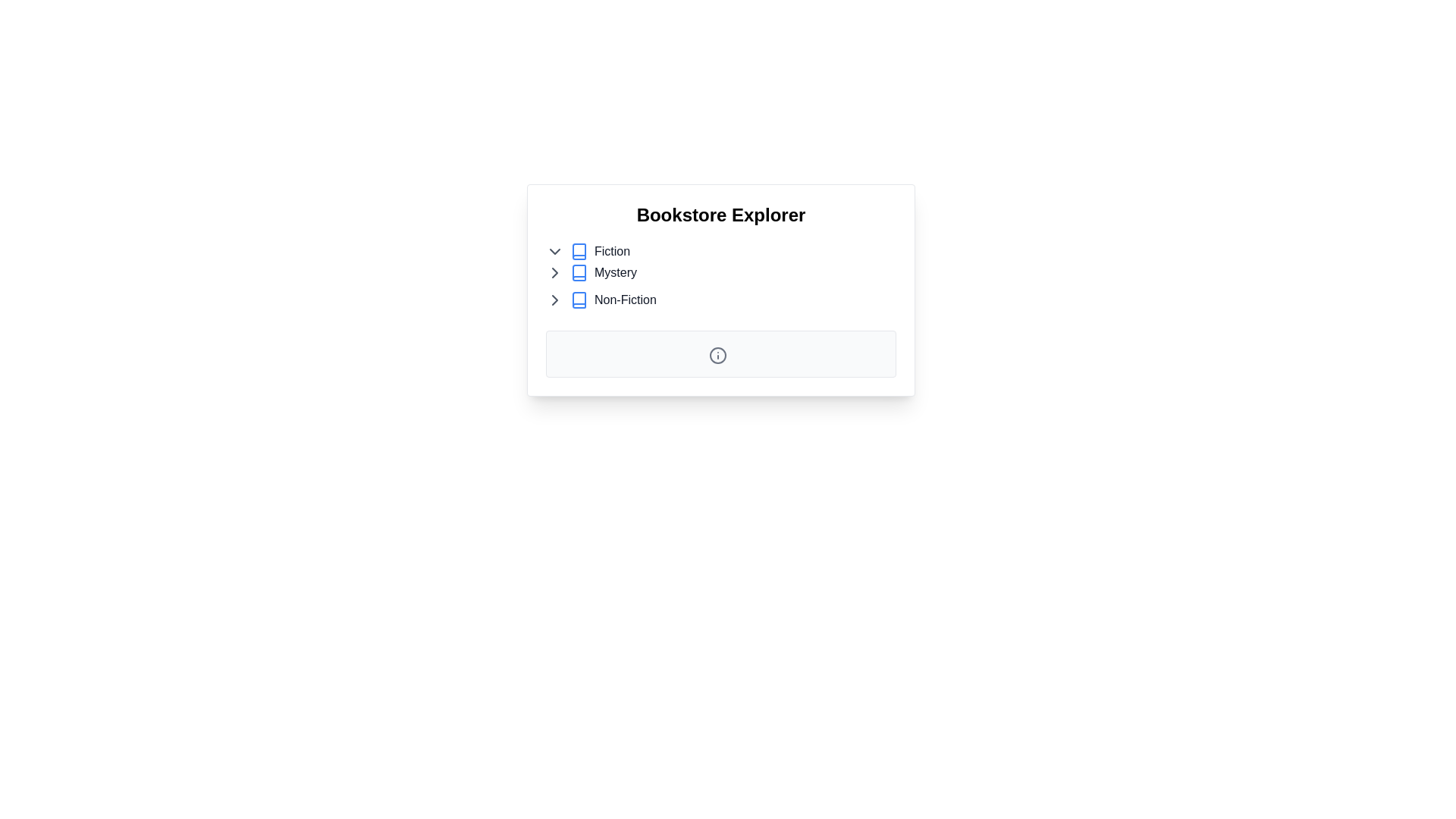 The height and width of the screenshot is (819, 1456). What do you see at coordinates (554, 271) in the screenshot?
I see `the right-pointing chevron icon near the text 'Mystery'` at bounding box center [554, 271].